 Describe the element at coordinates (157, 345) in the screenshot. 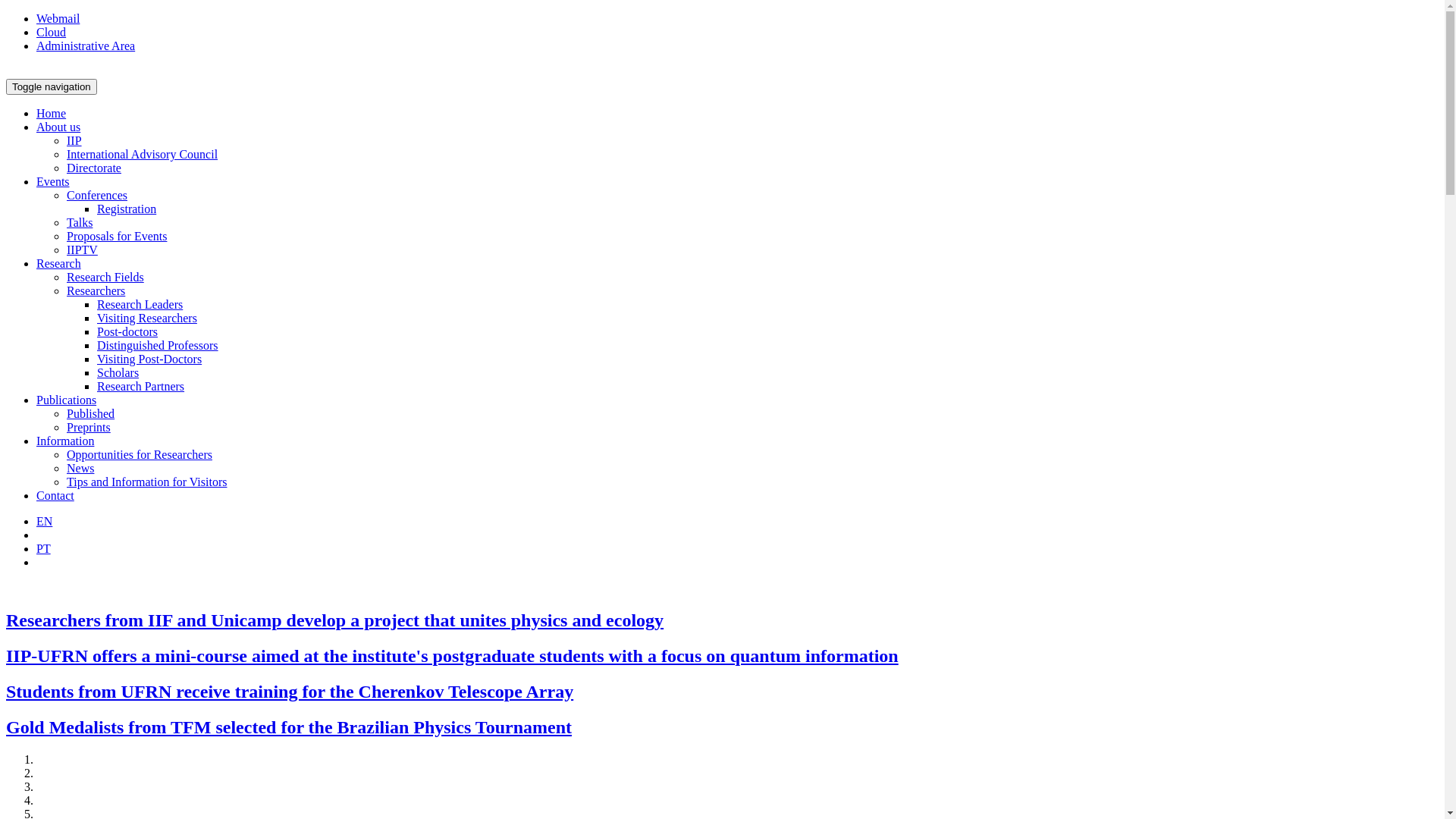

I see `'Distinguished Professors'` at that location.